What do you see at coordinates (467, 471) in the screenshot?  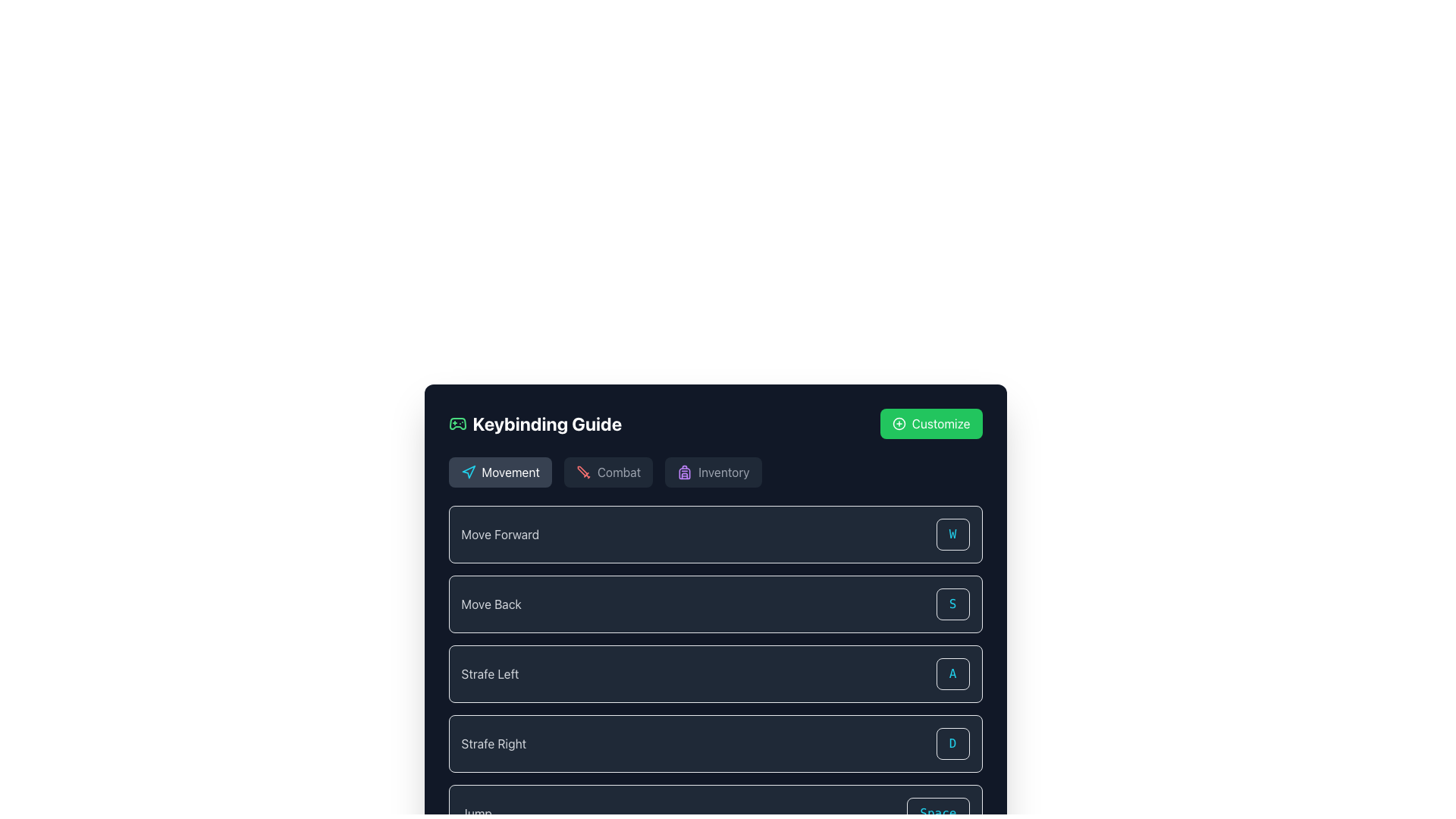 I see `the SVG graphic that represents a marker or direction pointer, located near the top-right corner of the 'Keybinding Guide' menu` at bounding box center [467, 471].